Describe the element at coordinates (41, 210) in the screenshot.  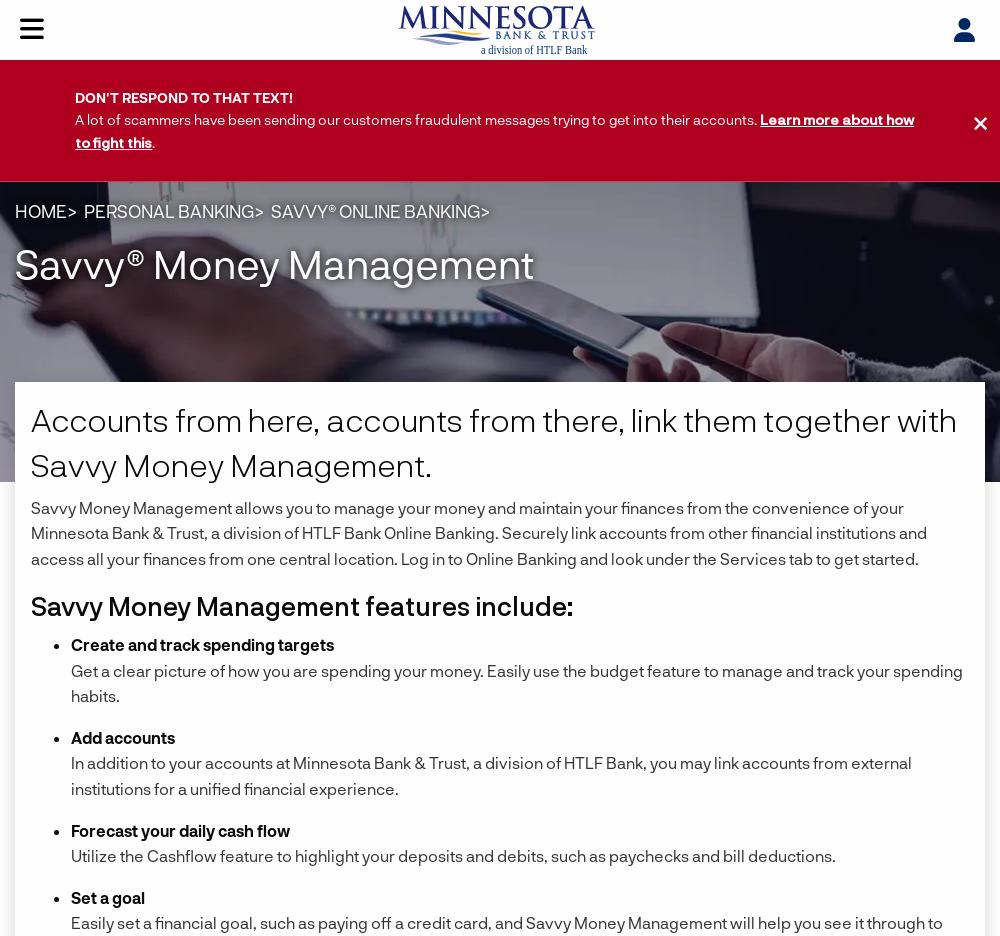
I see `'Home'` at that location.